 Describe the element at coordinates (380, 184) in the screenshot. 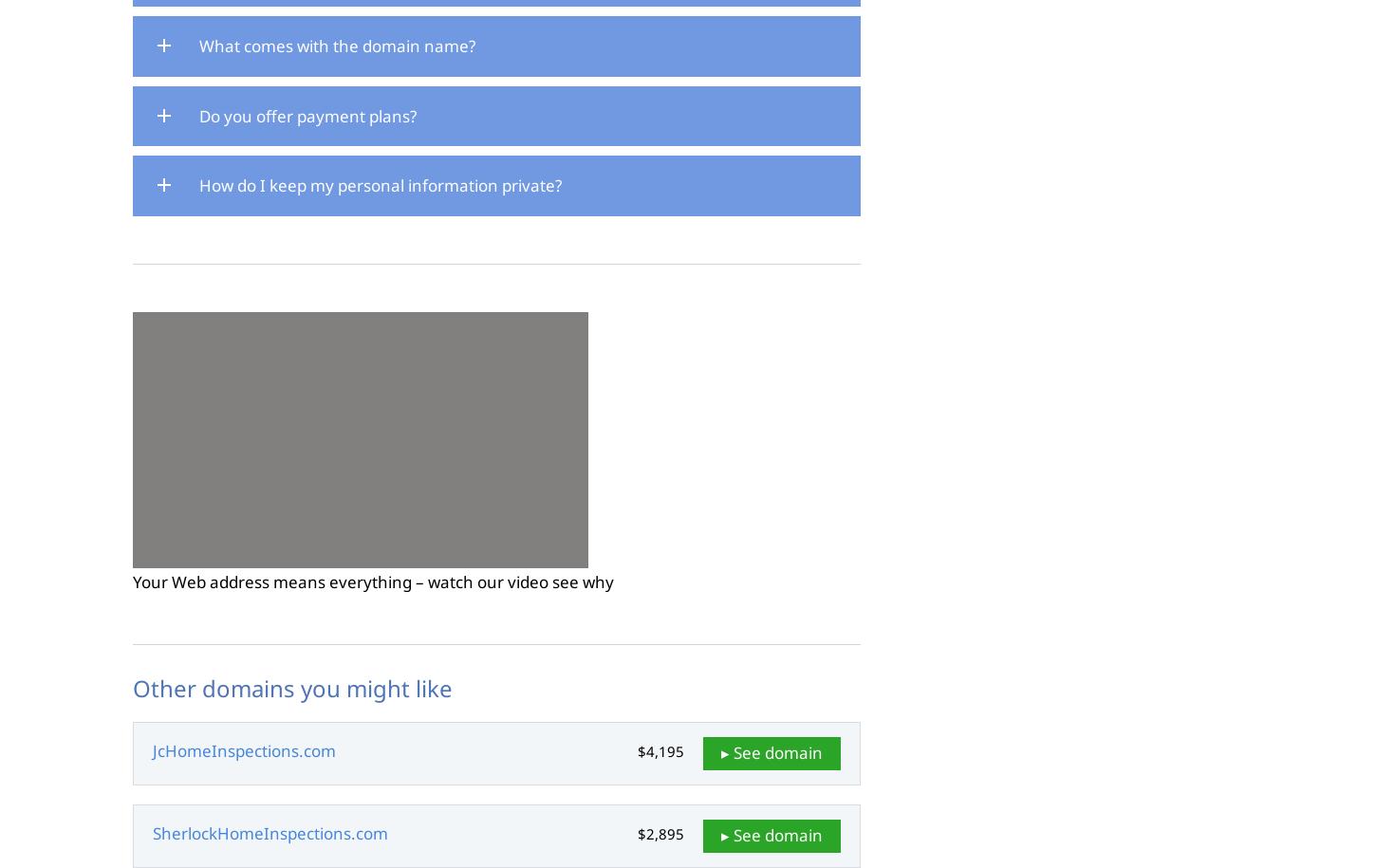

I see `'How do I keep my personal information private?'` at that location.